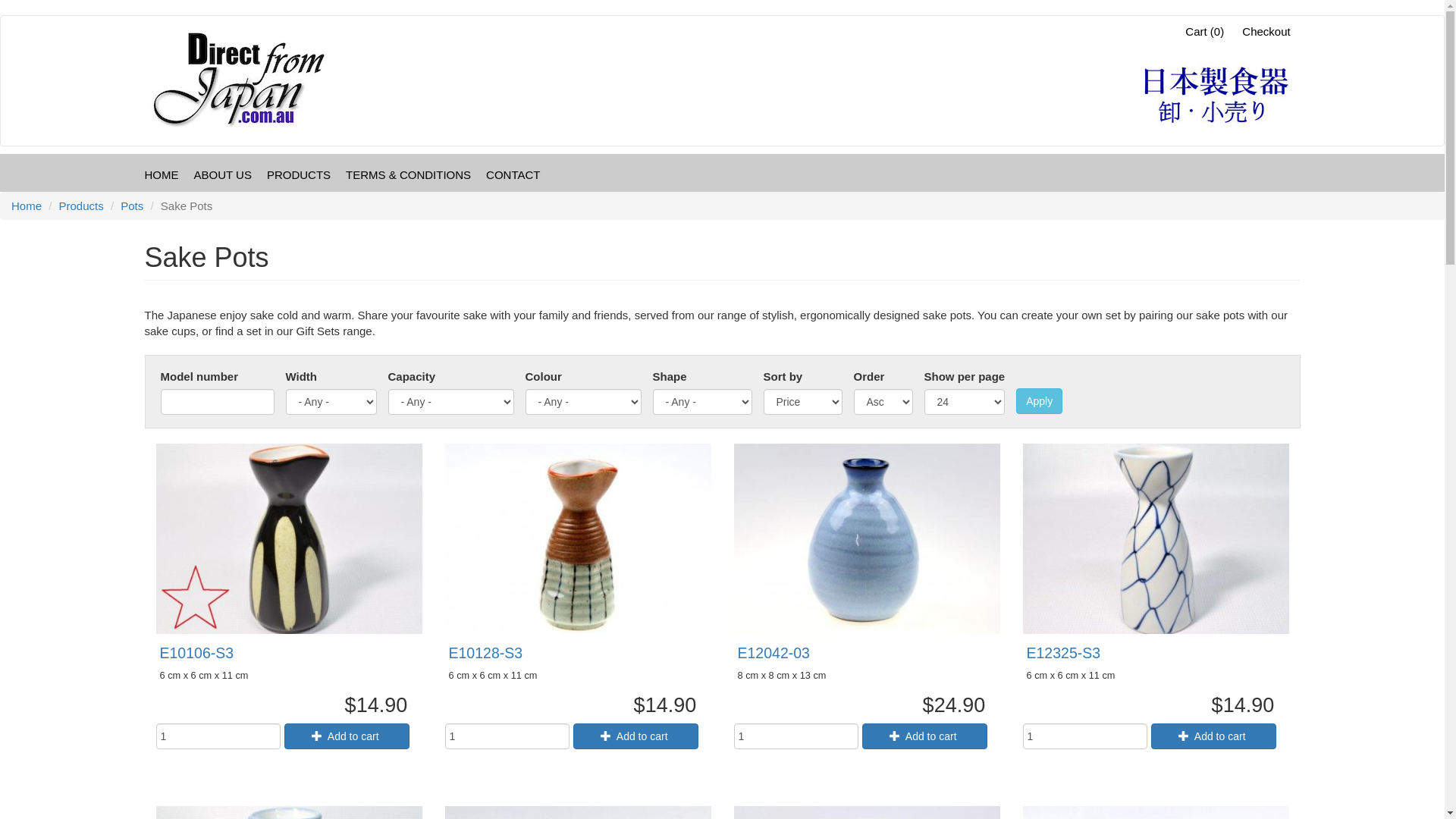  Describe the element at coordinates (196, 651) in the screenshot. I see `'E10106-S3'` at that location.